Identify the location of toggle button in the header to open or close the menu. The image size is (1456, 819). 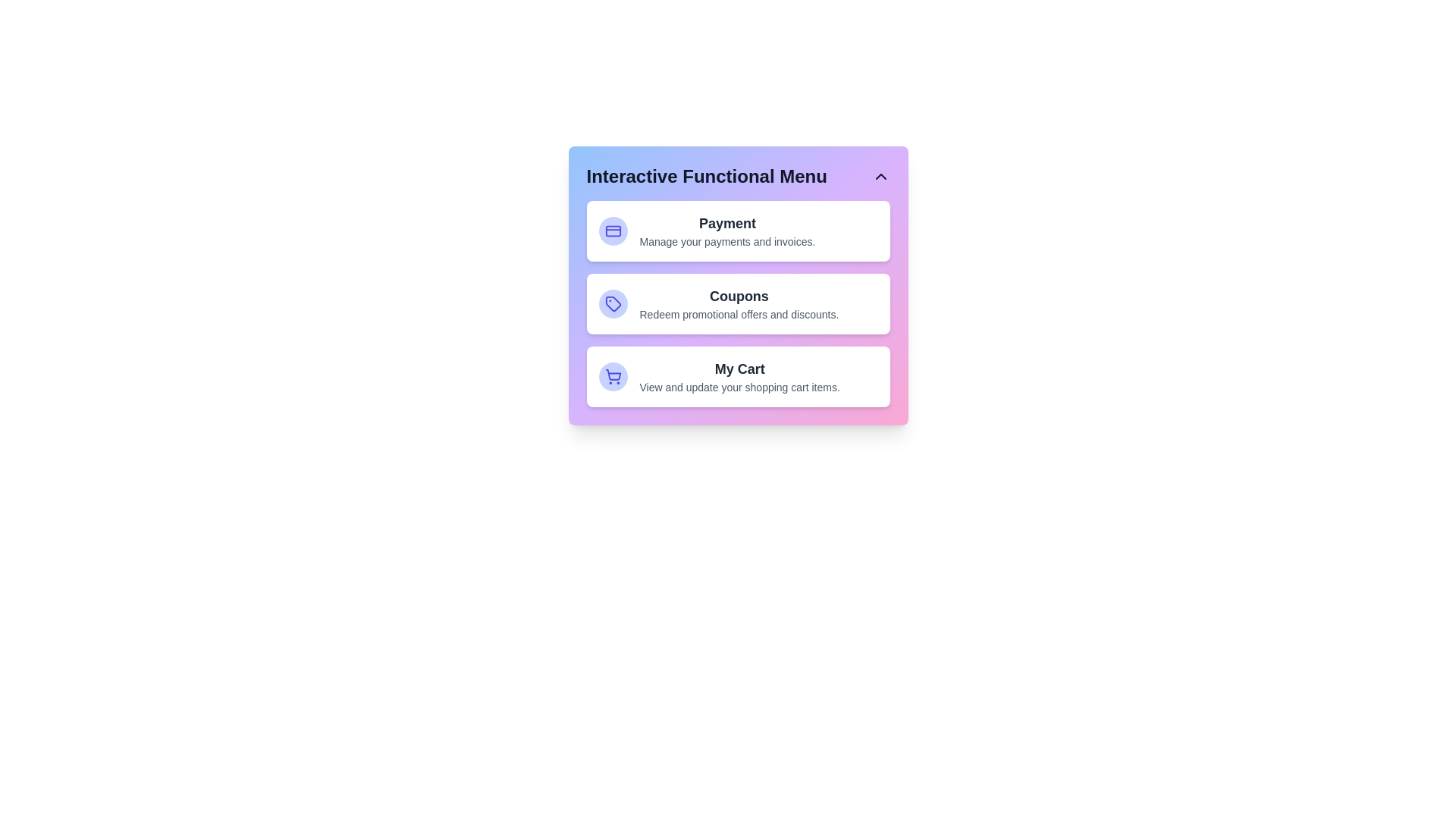
(880, 175).